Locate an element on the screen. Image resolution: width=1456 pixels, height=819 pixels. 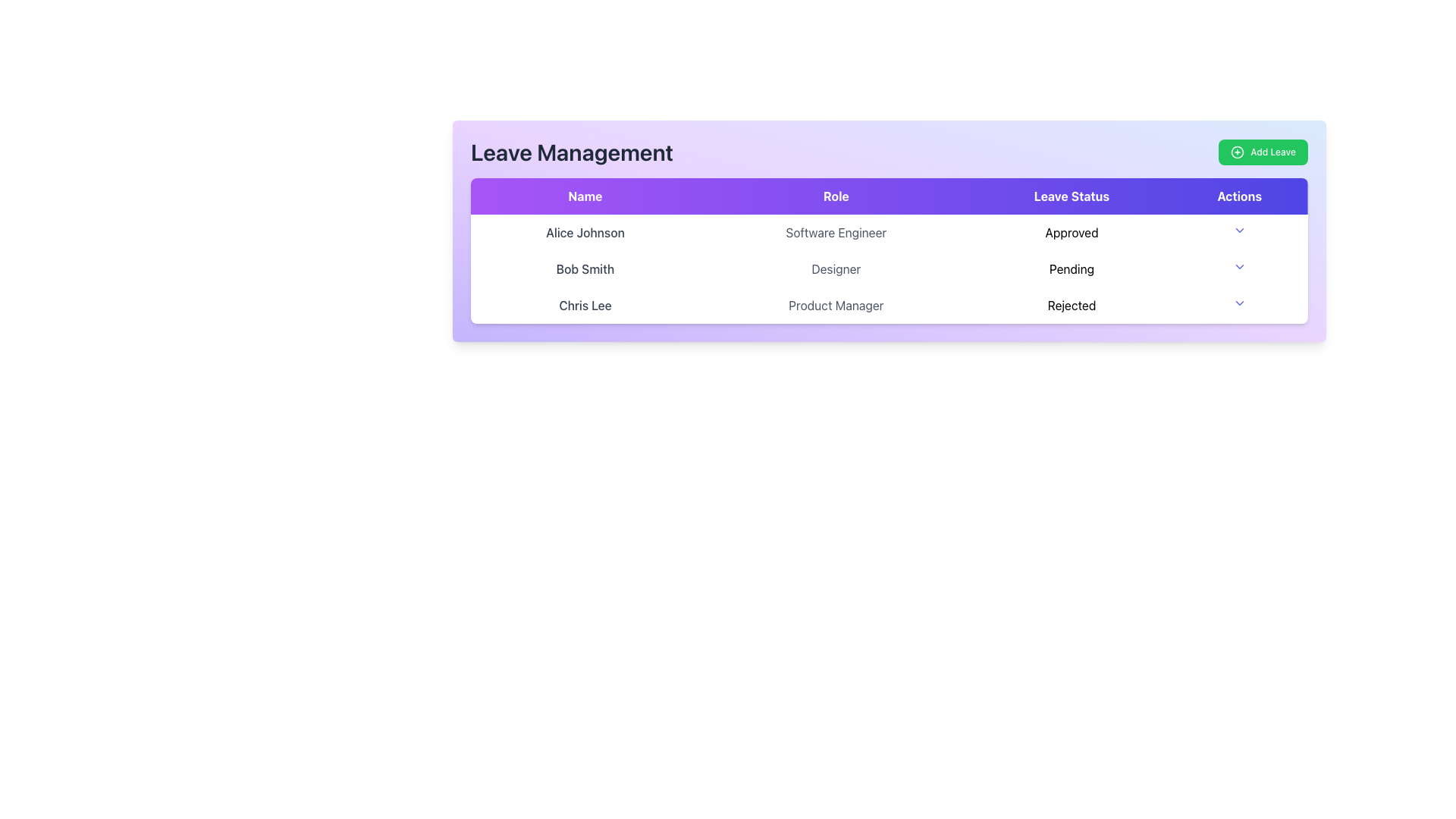
the indigo downward-pointing chevron icon located in the 'Actions' column of the second row is located at coordinates (1239, 265).